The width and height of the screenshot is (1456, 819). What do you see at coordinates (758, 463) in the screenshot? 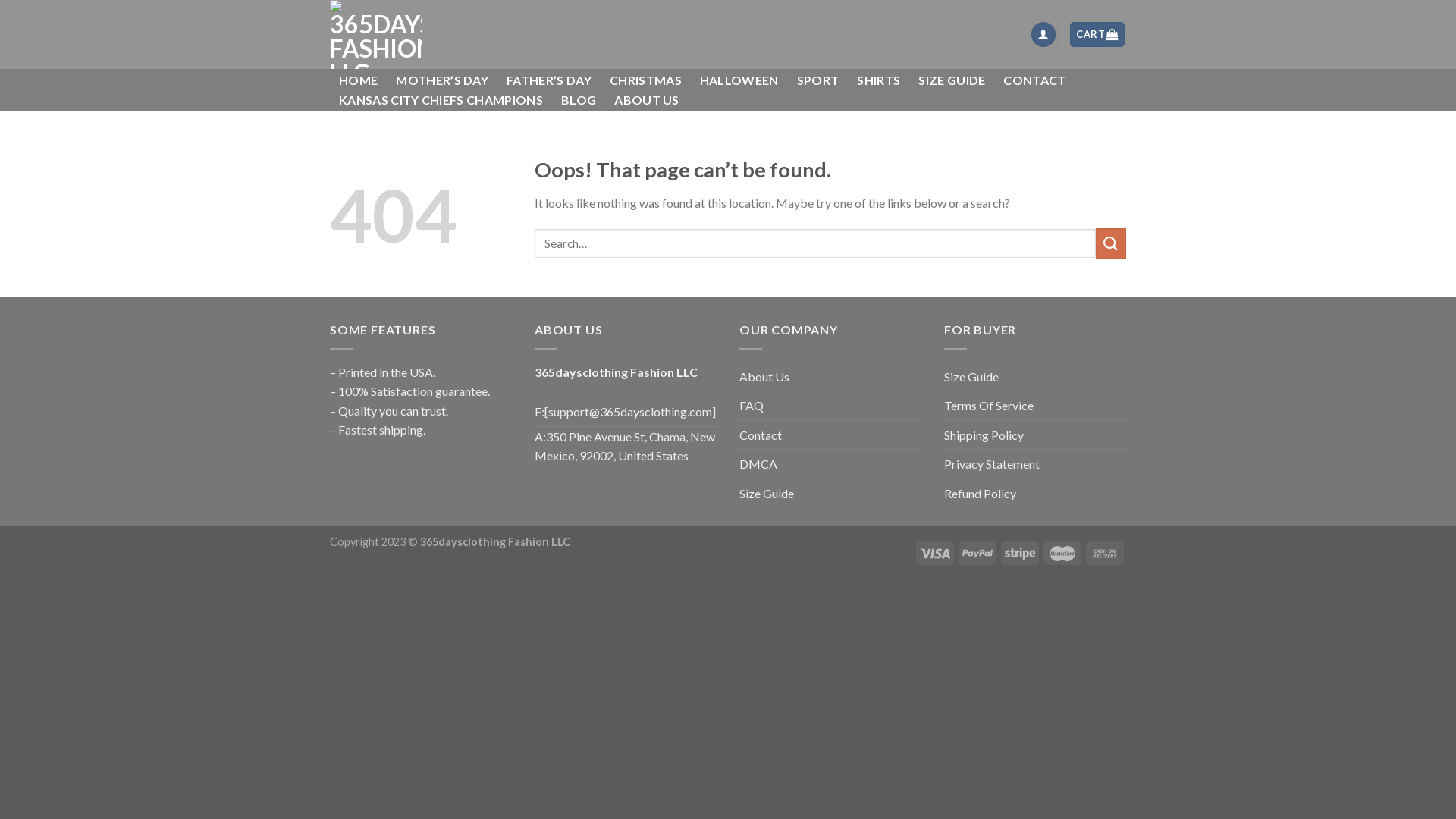
I see `'DMCA'` at bounding box center [758, 463].